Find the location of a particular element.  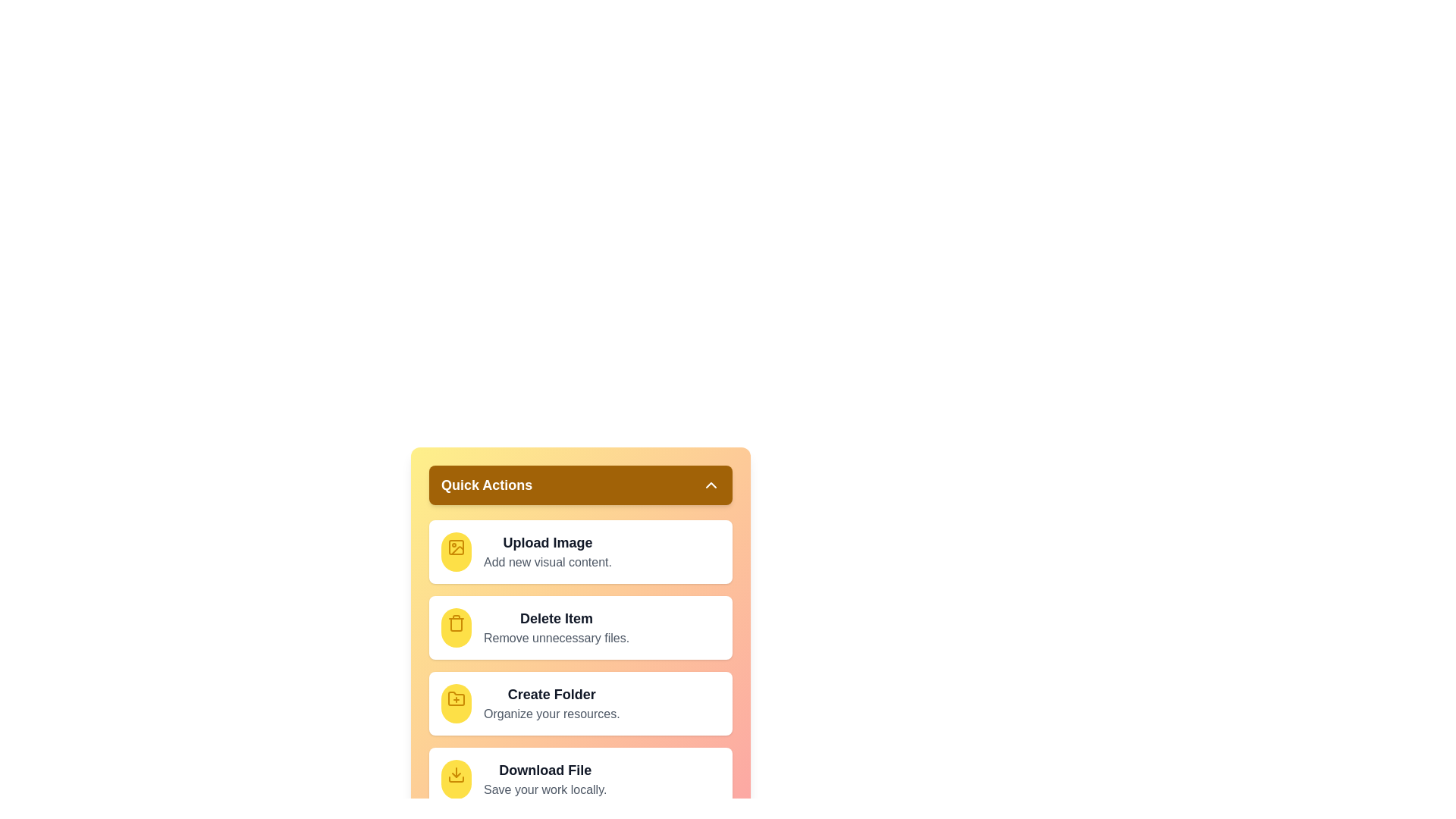

the action Download File to observe its hover effect is located at coordinates (455, 780).